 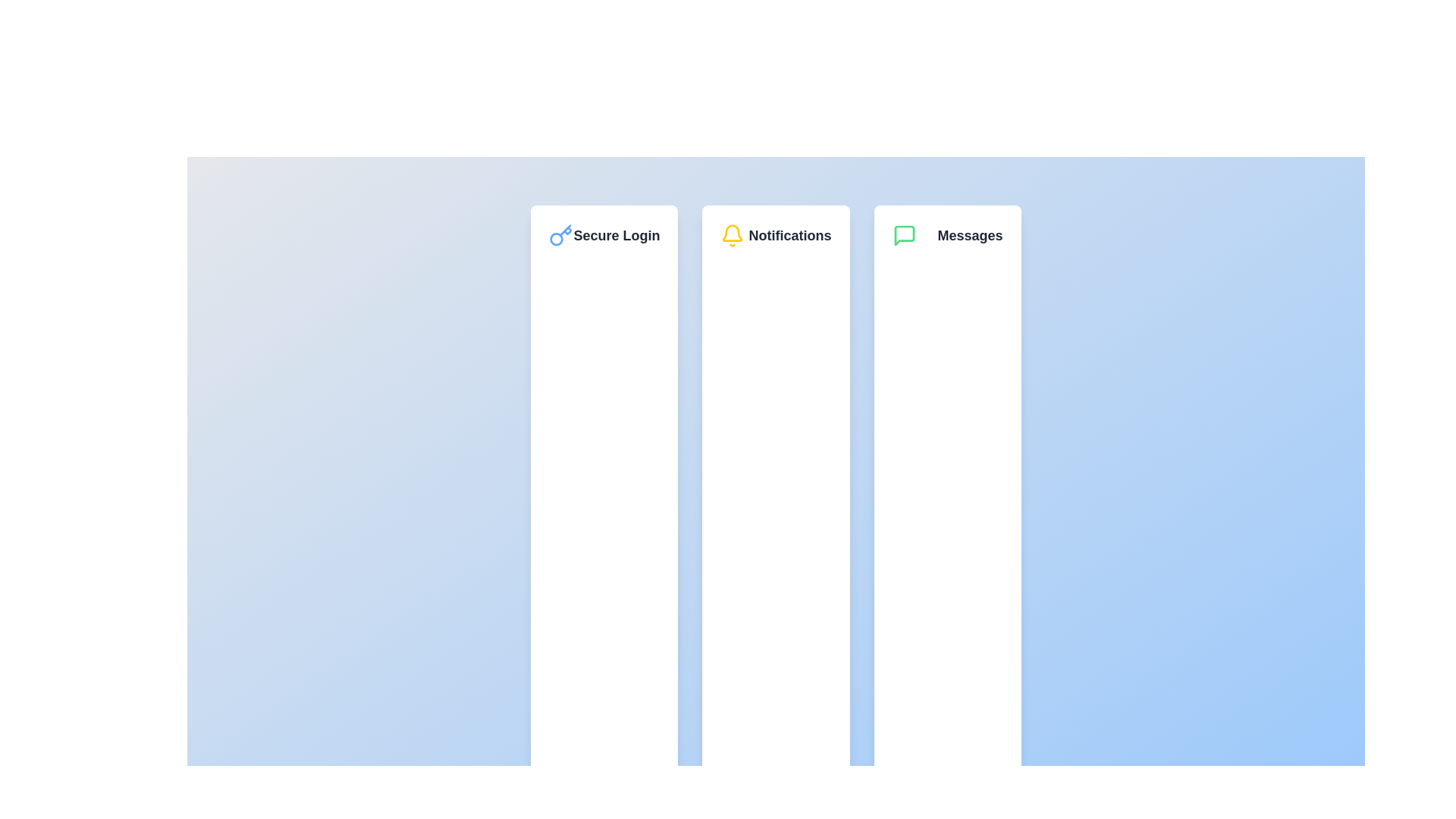 What do you see at coordinates (556, 239) in the screenshot?
I see `the central circle shape within the key icon of the 'Secure Login' section` at bounding box center [556, 239].